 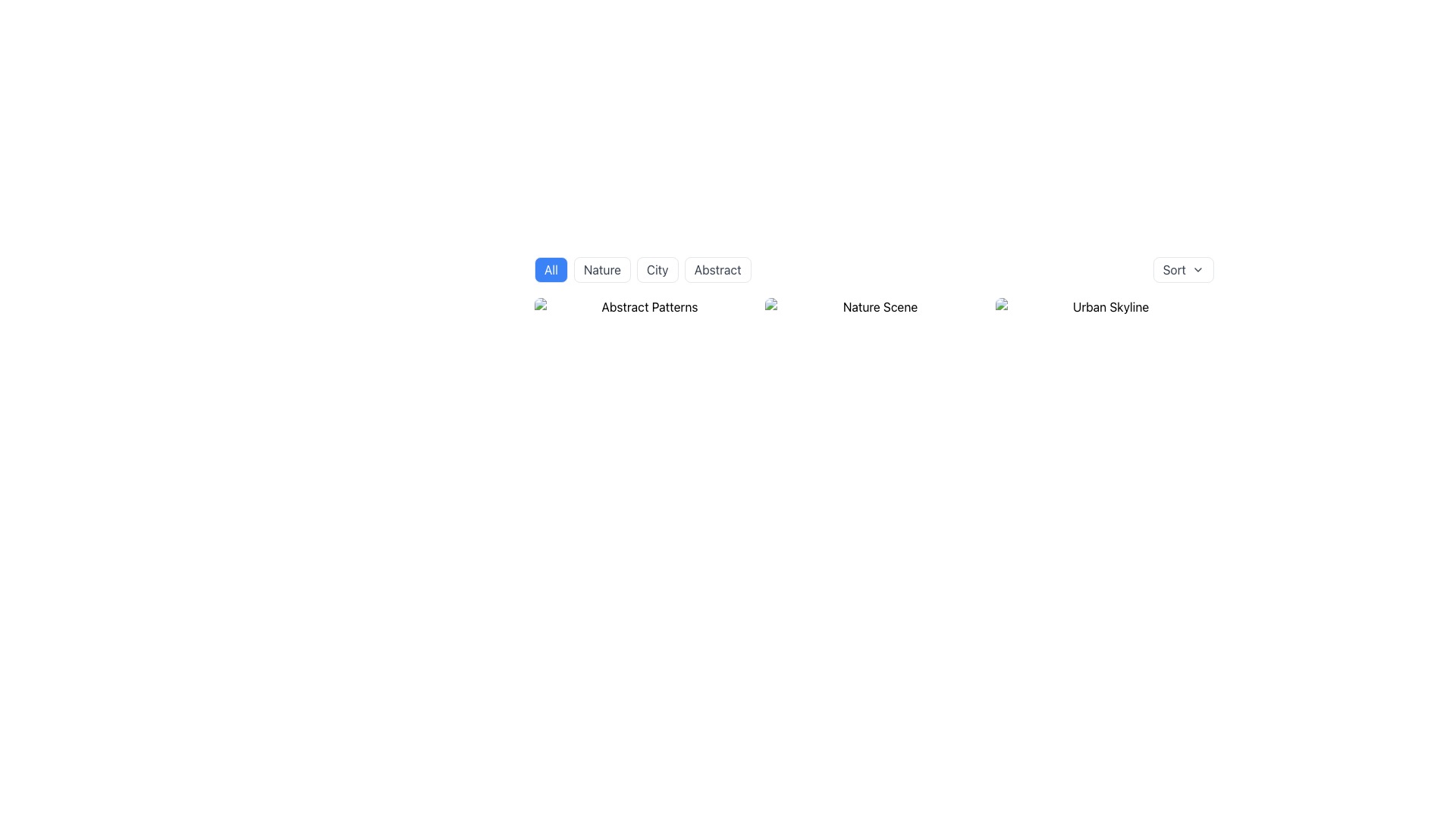 I want to click on the Thumbnail item that previews nature content, located between 'Abstract Patterns' and 'Urban Skyline', so click(x=874, y=307).